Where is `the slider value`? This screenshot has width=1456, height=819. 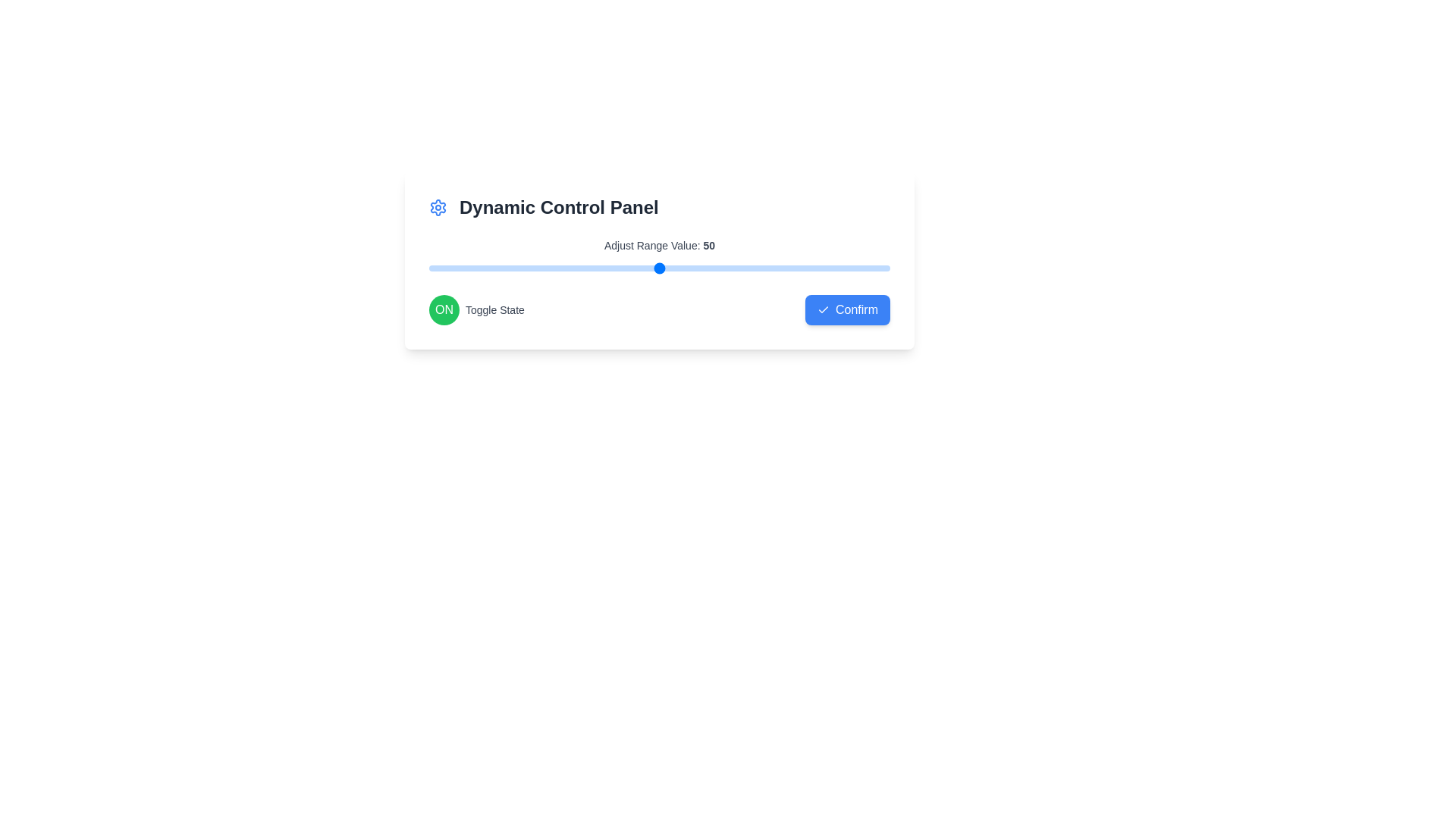
the slider value is located at coordinates (853, 268).